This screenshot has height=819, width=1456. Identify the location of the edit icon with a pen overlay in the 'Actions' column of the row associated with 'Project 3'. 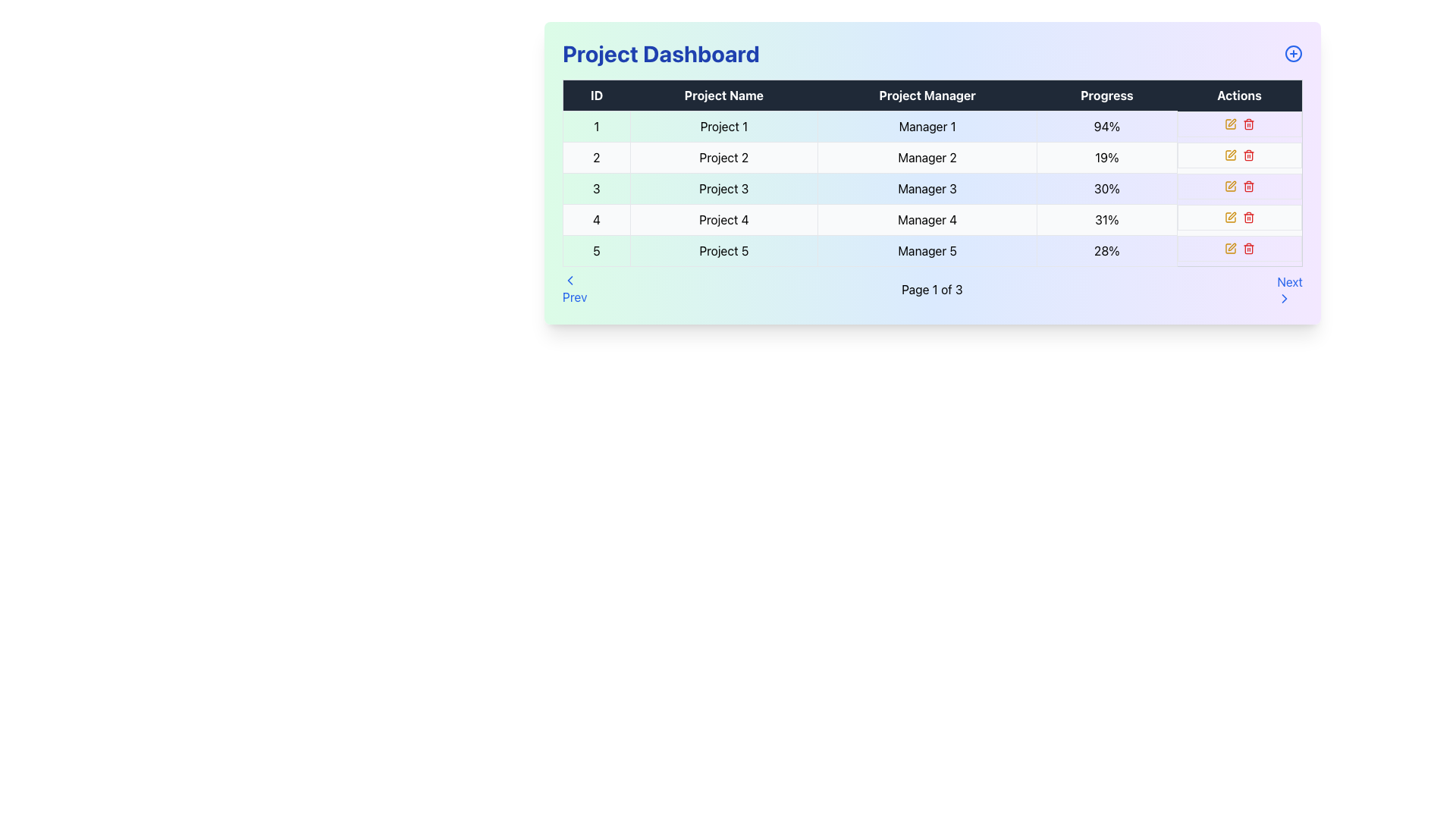
(1230, 185).